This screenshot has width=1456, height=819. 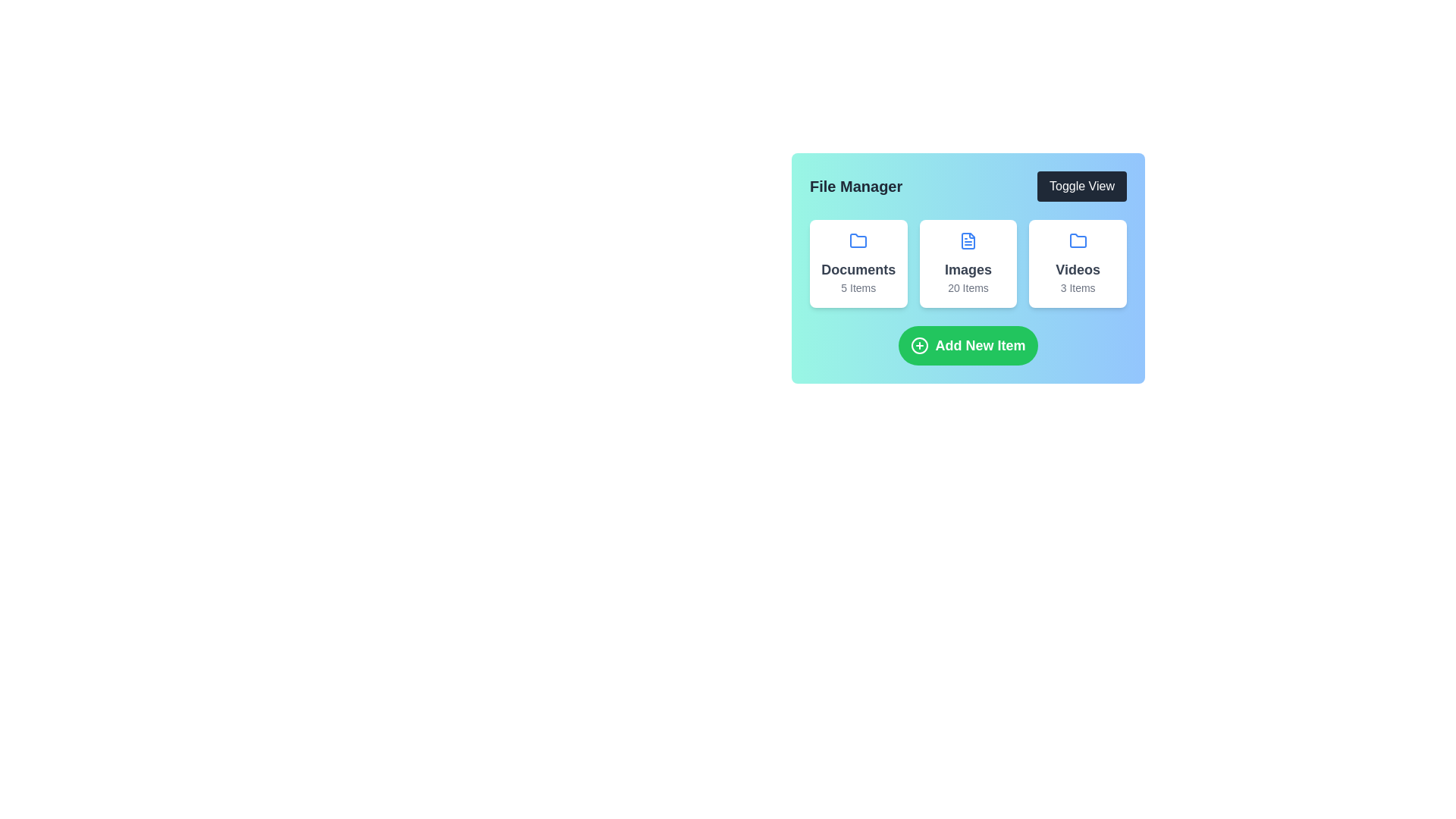 What do you see at coordinates (967, 268) in the screenshot?
I see `the 'Images' text label, which is displayed in bold dark gray font and is part of the second category card in the File Manager interface` at bounding box center [967, 268].